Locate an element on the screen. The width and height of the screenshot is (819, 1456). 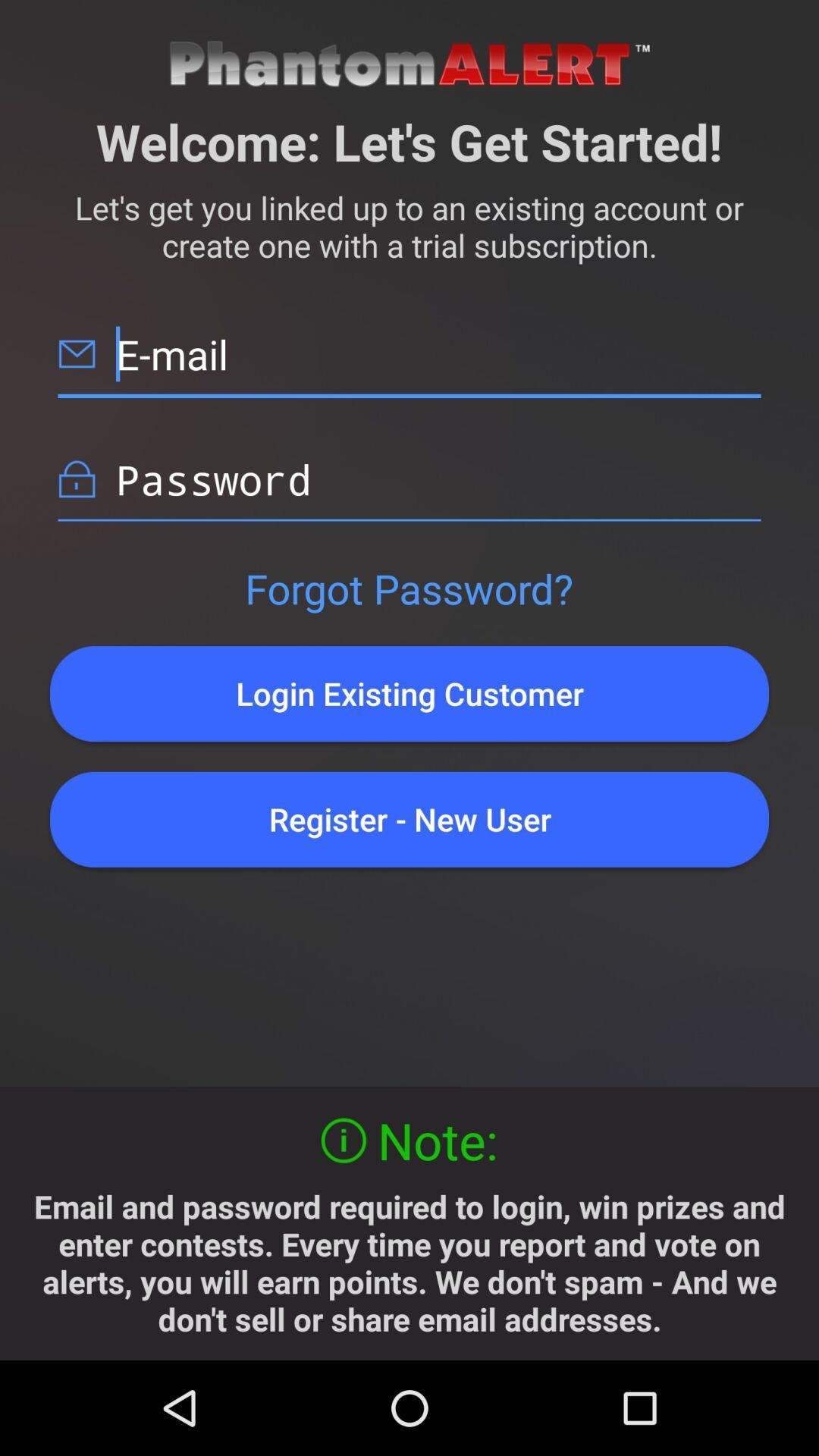
the forgot password? is located at coordinates (408, 587).